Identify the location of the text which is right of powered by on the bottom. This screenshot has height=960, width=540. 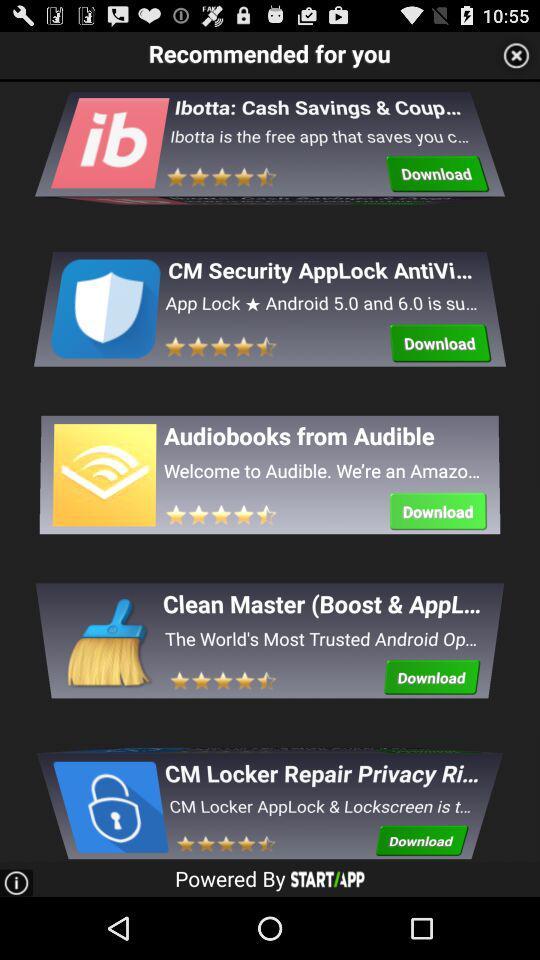
(327, 878).